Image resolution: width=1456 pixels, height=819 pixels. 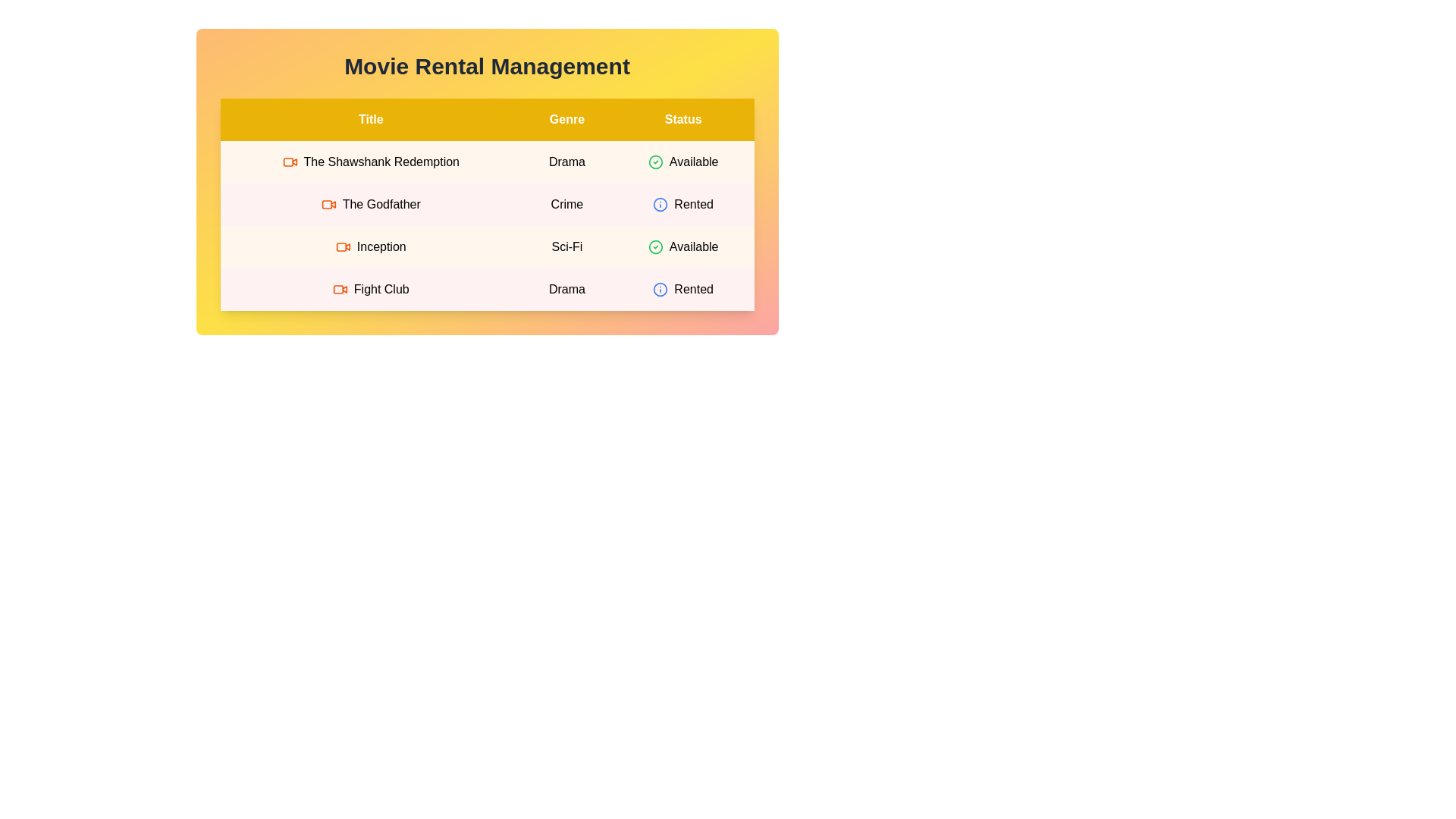 What do you see at coordinates (487, 162) in the screenshot?
I see `the row corresponding to movie The Shawshank Redemption` at bounding box center [487, 162].